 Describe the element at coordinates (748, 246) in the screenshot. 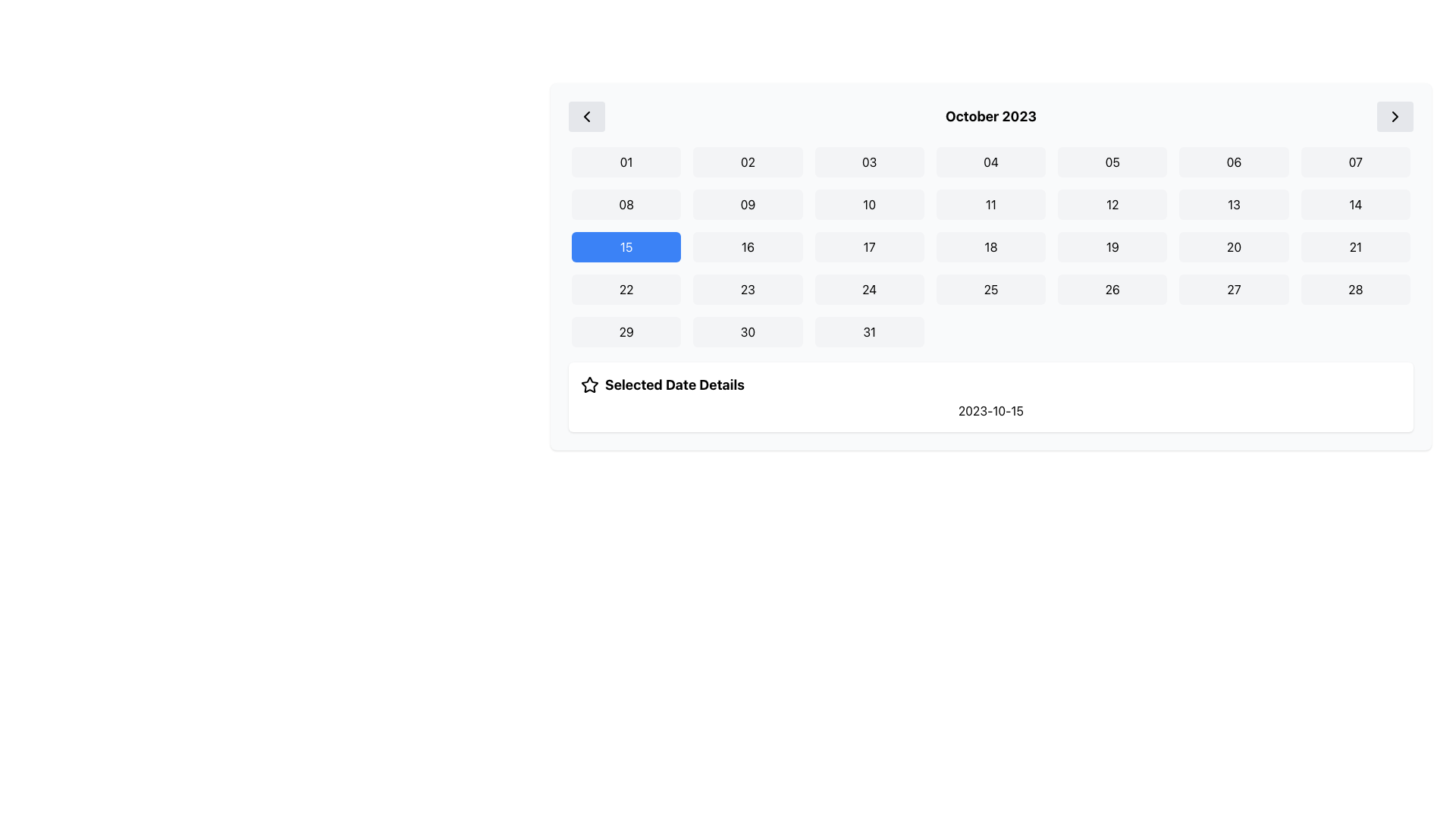

I see `the button labeled '16' in the calendar grid` at that location.